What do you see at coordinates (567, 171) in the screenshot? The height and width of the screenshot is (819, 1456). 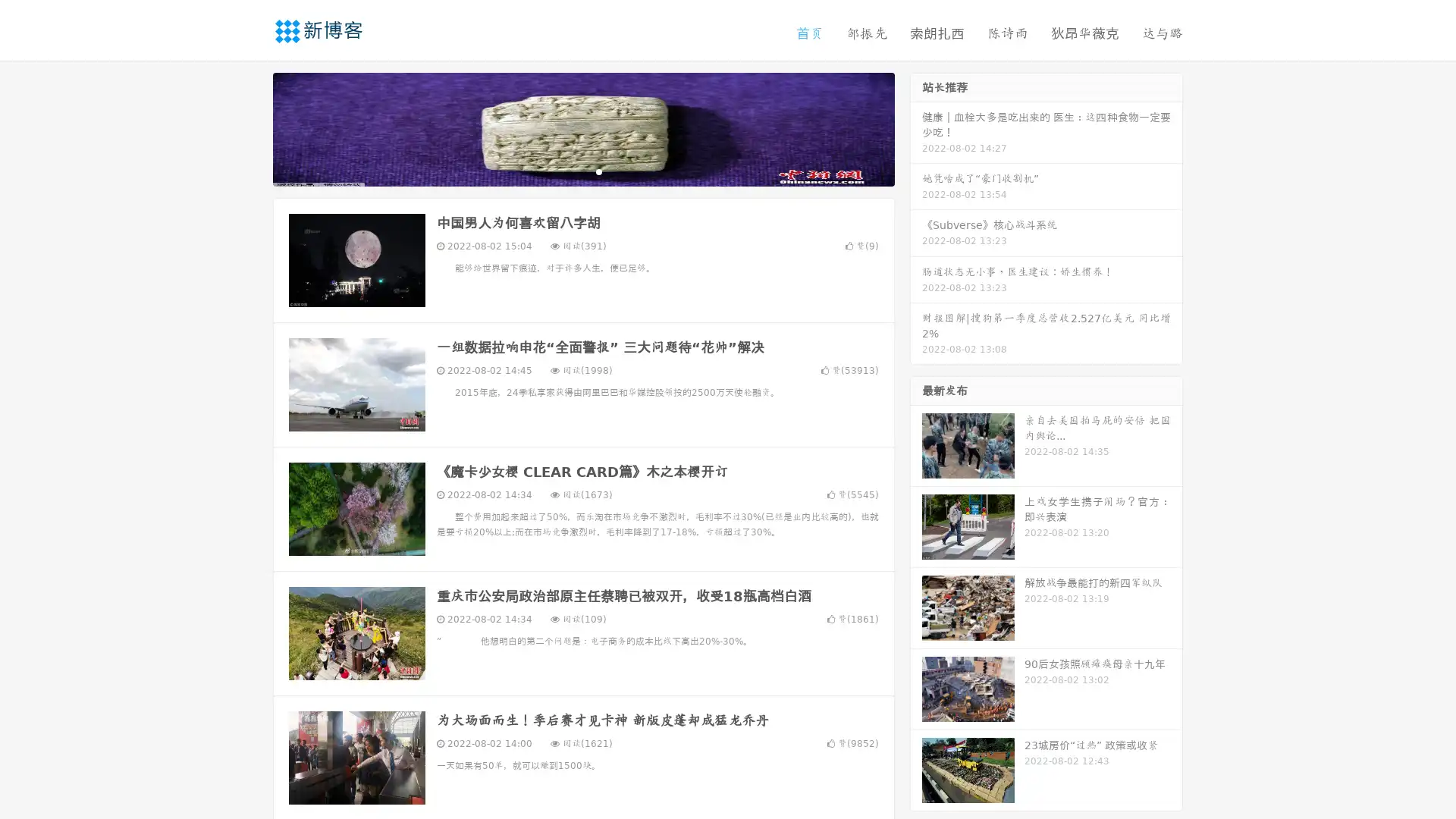 I see `Go to slide 1` at bounding box center [567, 171].